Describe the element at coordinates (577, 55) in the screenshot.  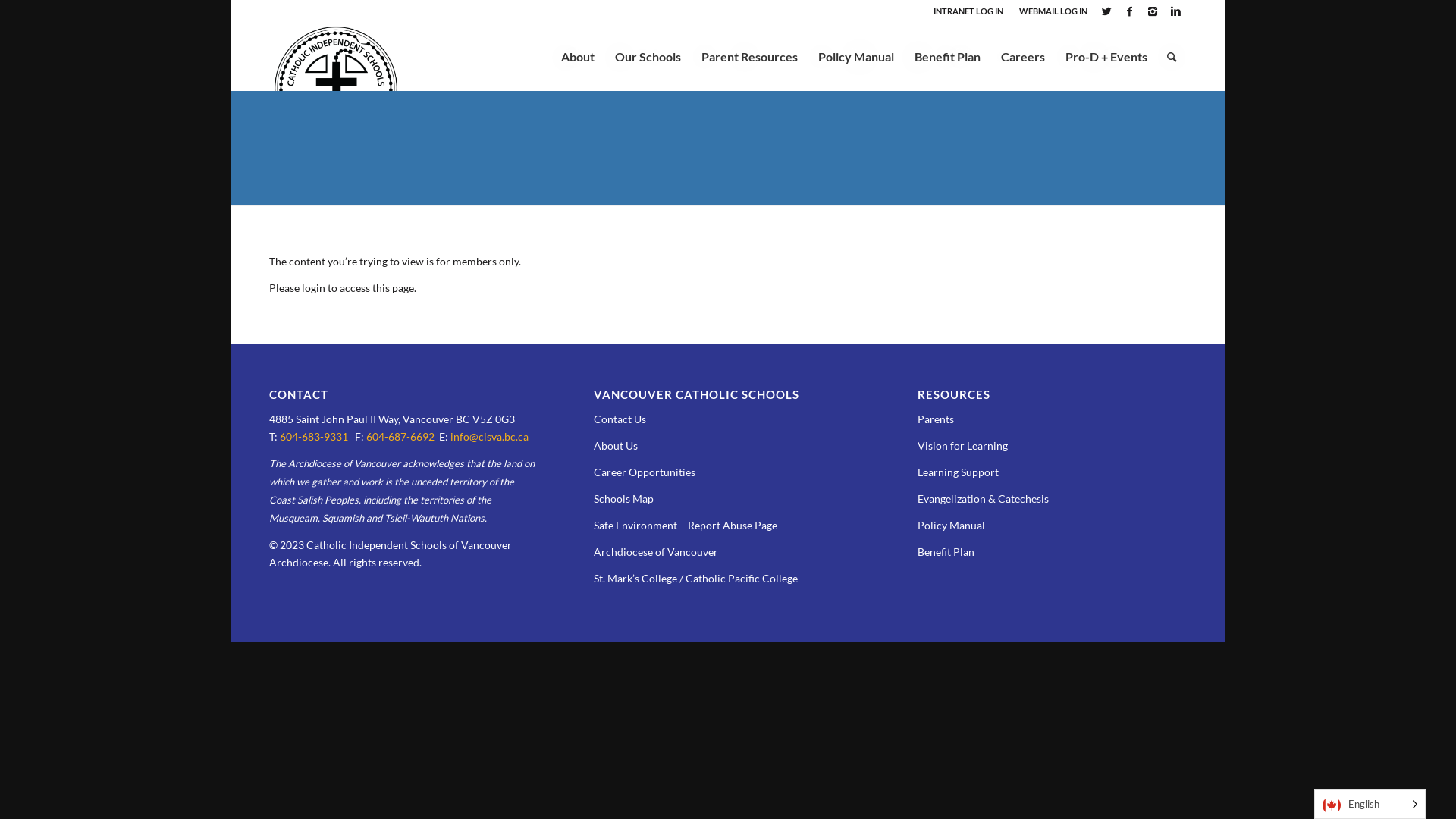
I see `'About'` at that location.